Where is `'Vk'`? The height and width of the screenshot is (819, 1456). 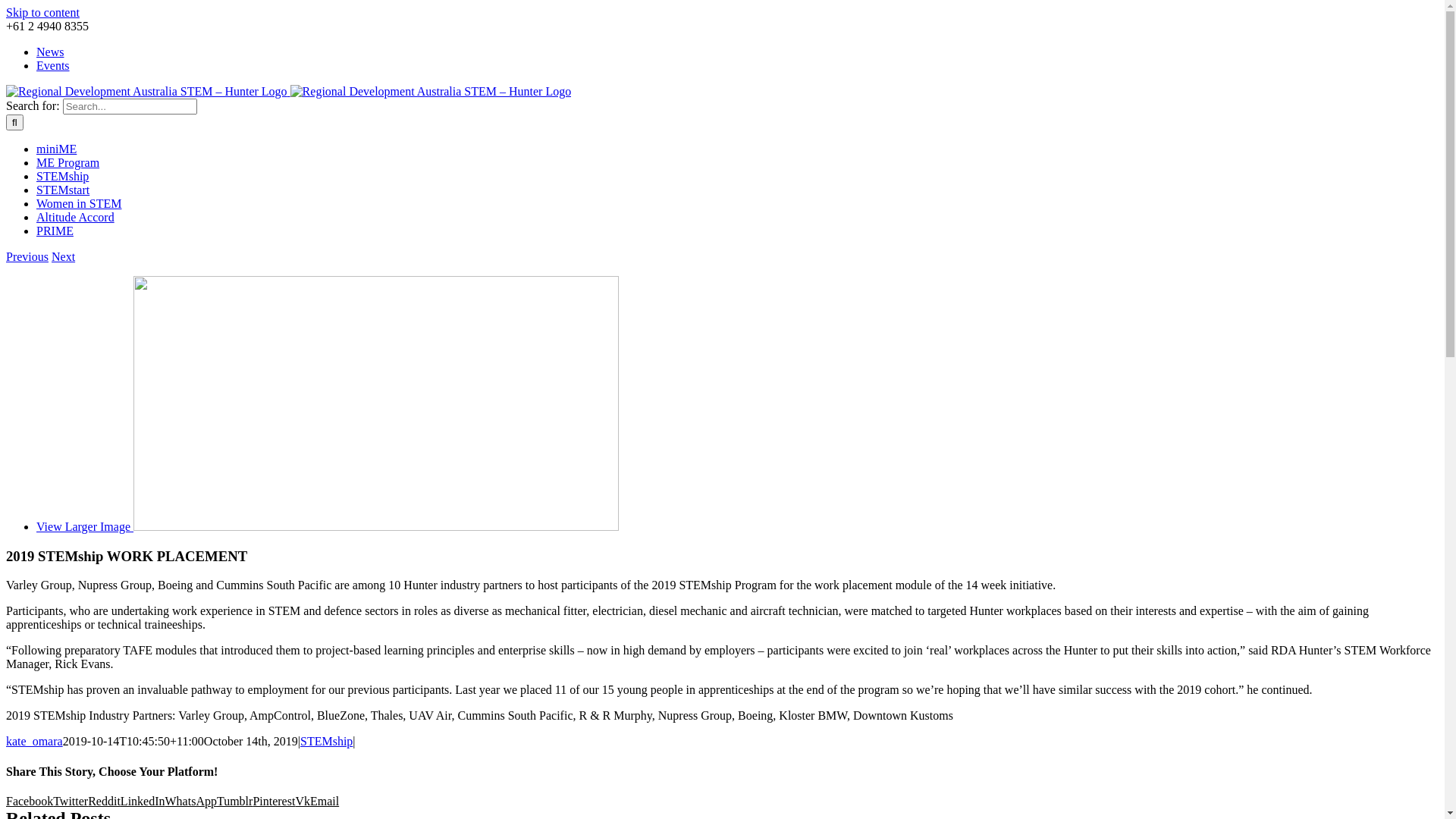
'Vk' is located at coordinates (302, 800).